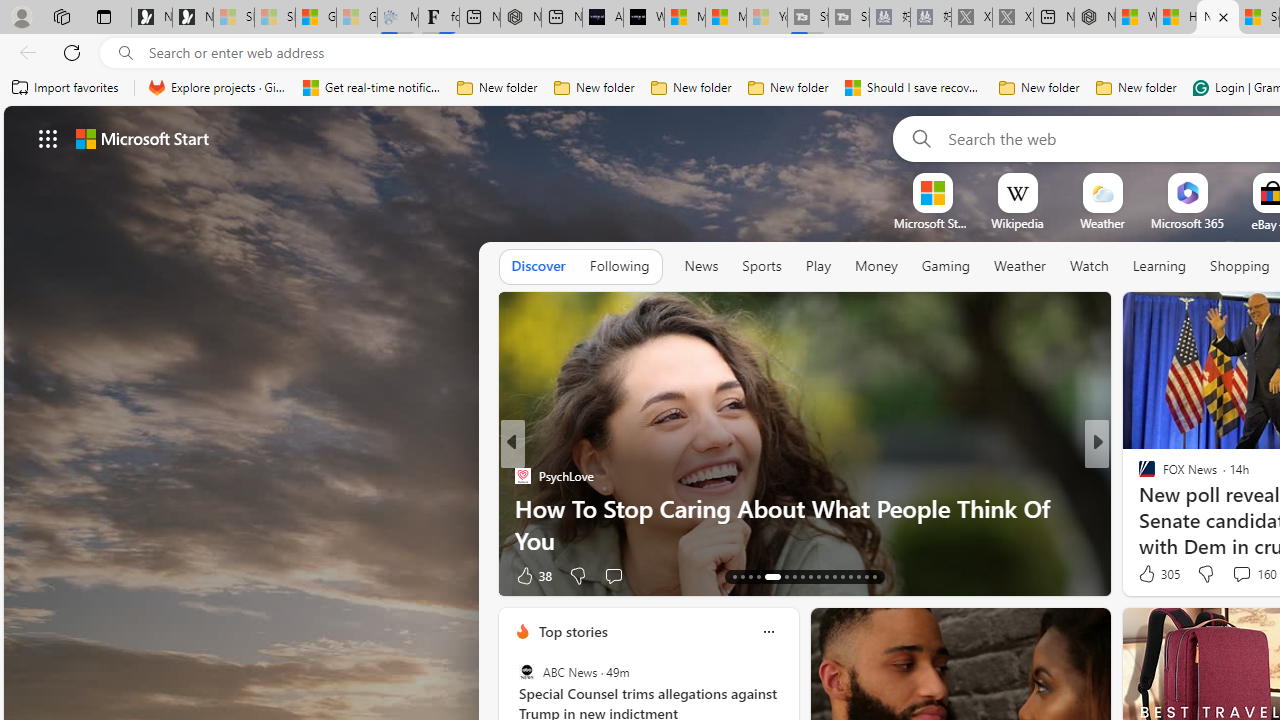 The image size is (1280, 720). I want to click on 'View comments 160 Comment', so click(1240, 573).